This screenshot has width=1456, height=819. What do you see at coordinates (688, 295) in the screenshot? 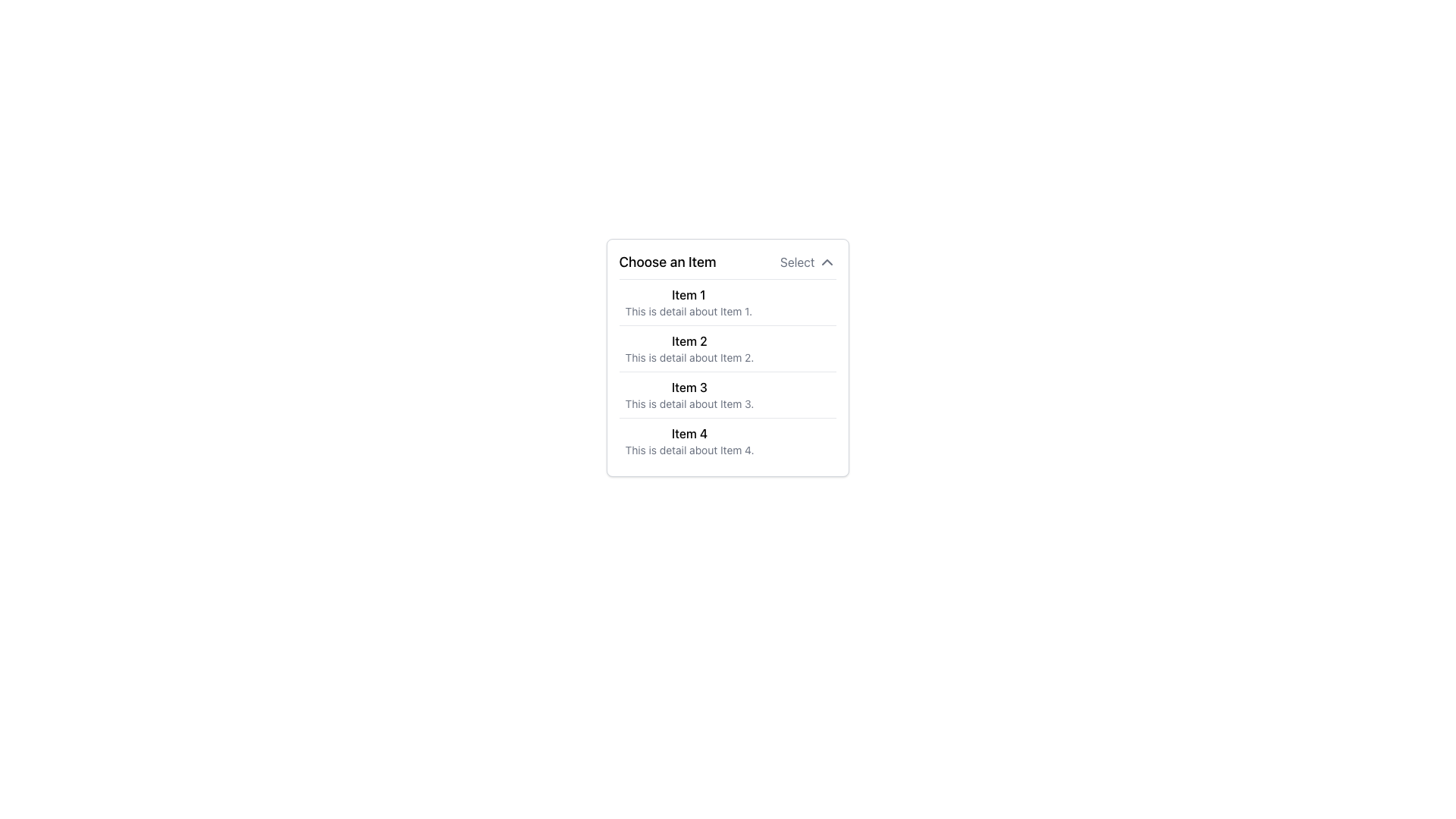
I see `the first item in the list under the heading 'Choose an Item', which serves as a clickable label for interaction` at bounding box center [688, 295].